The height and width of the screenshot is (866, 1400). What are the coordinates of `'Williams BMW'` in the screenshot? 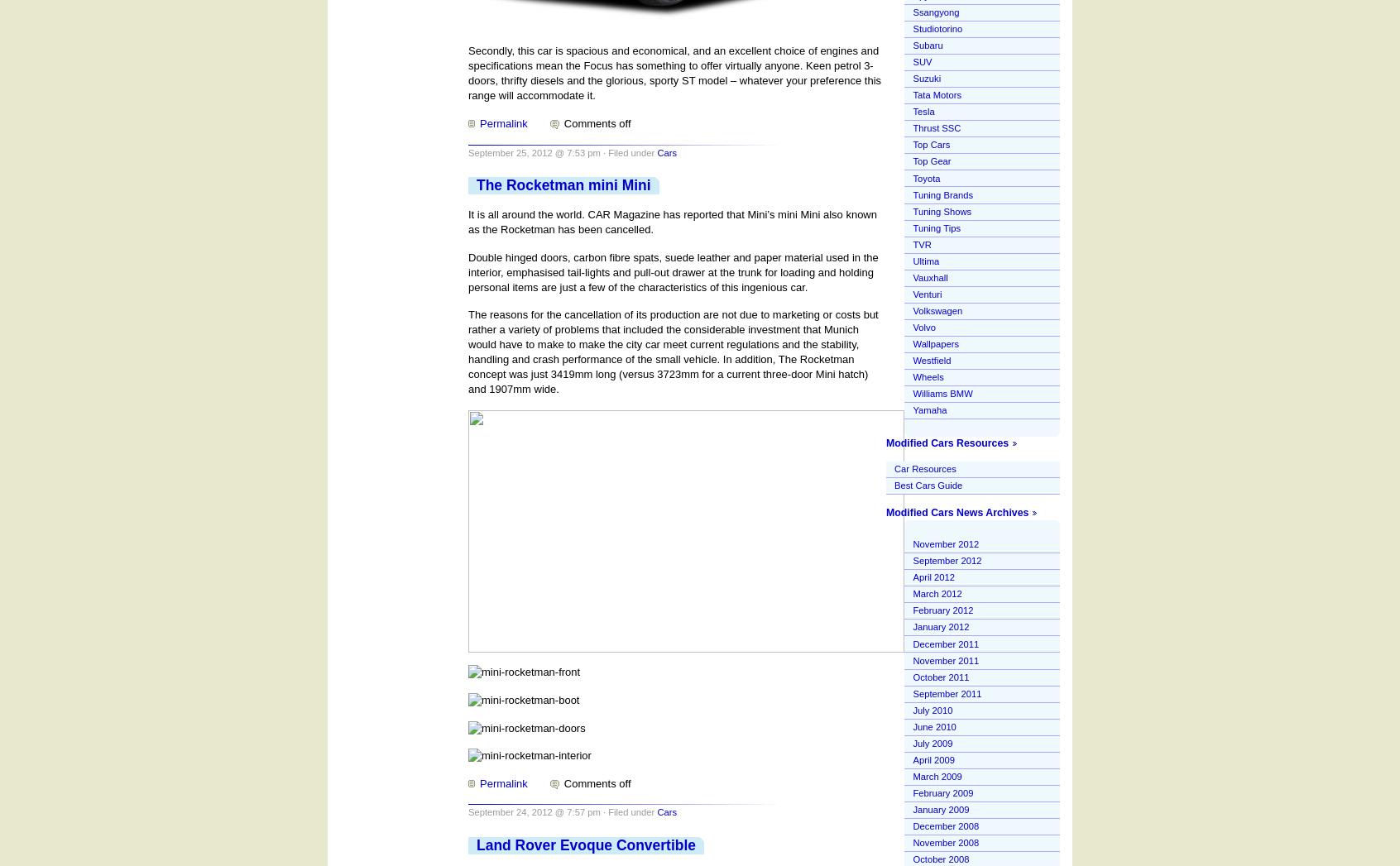 It's located at (942, 393).